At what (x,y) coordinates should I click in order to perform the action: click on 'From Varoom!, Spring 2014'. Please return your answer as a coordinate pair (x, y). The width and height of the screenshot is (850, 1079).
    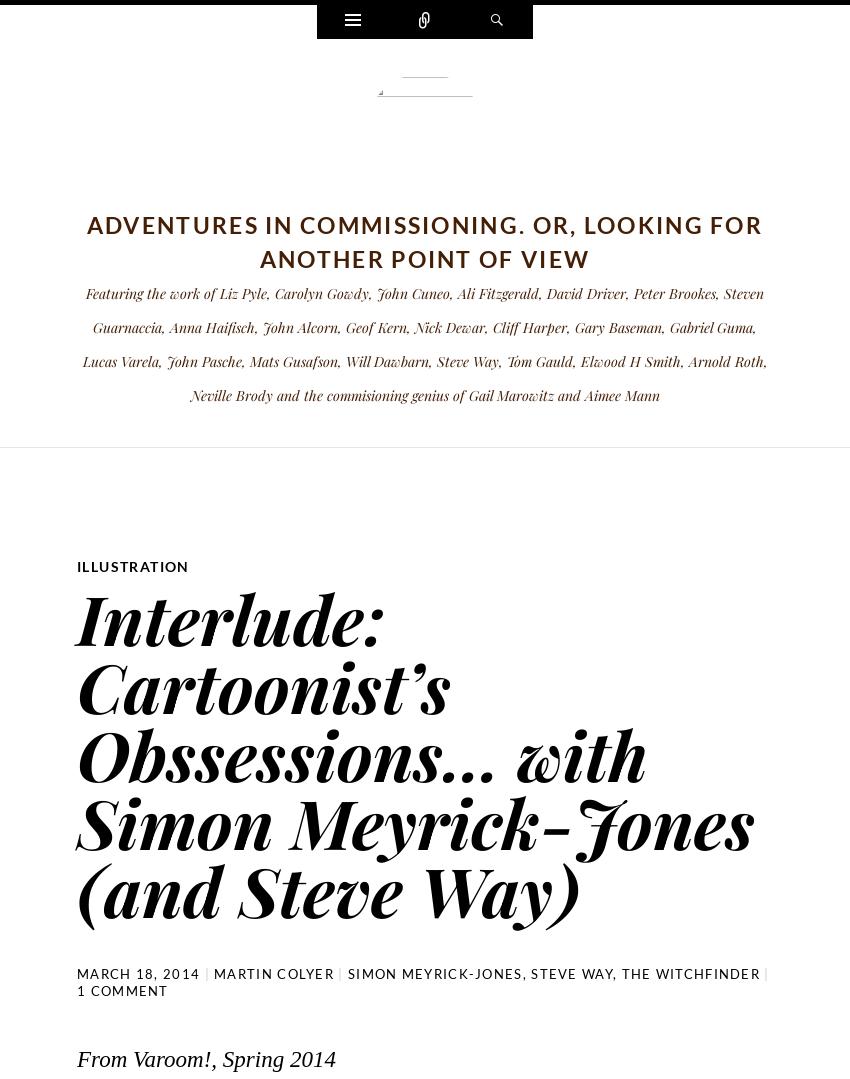
    Looking at the image, I should click on (205, 1057).